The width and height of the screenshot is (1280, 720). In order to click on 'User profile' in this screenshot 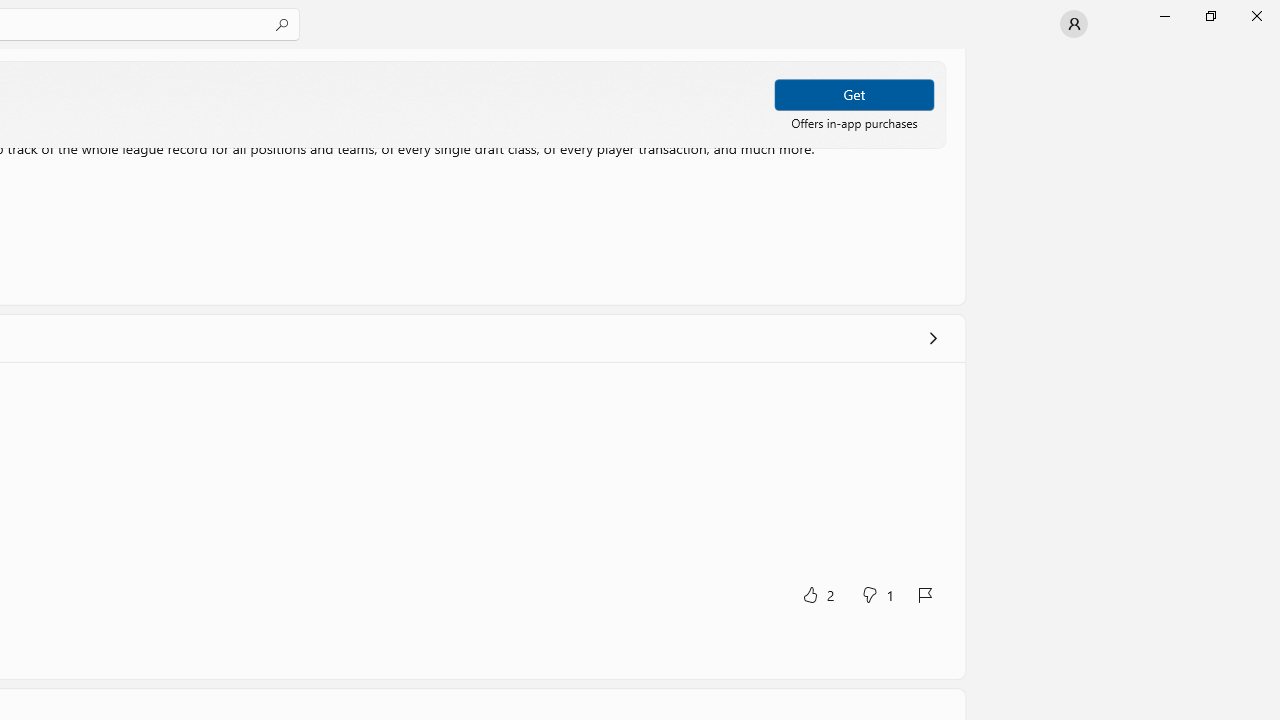, I will do `click(1072, 24)`.